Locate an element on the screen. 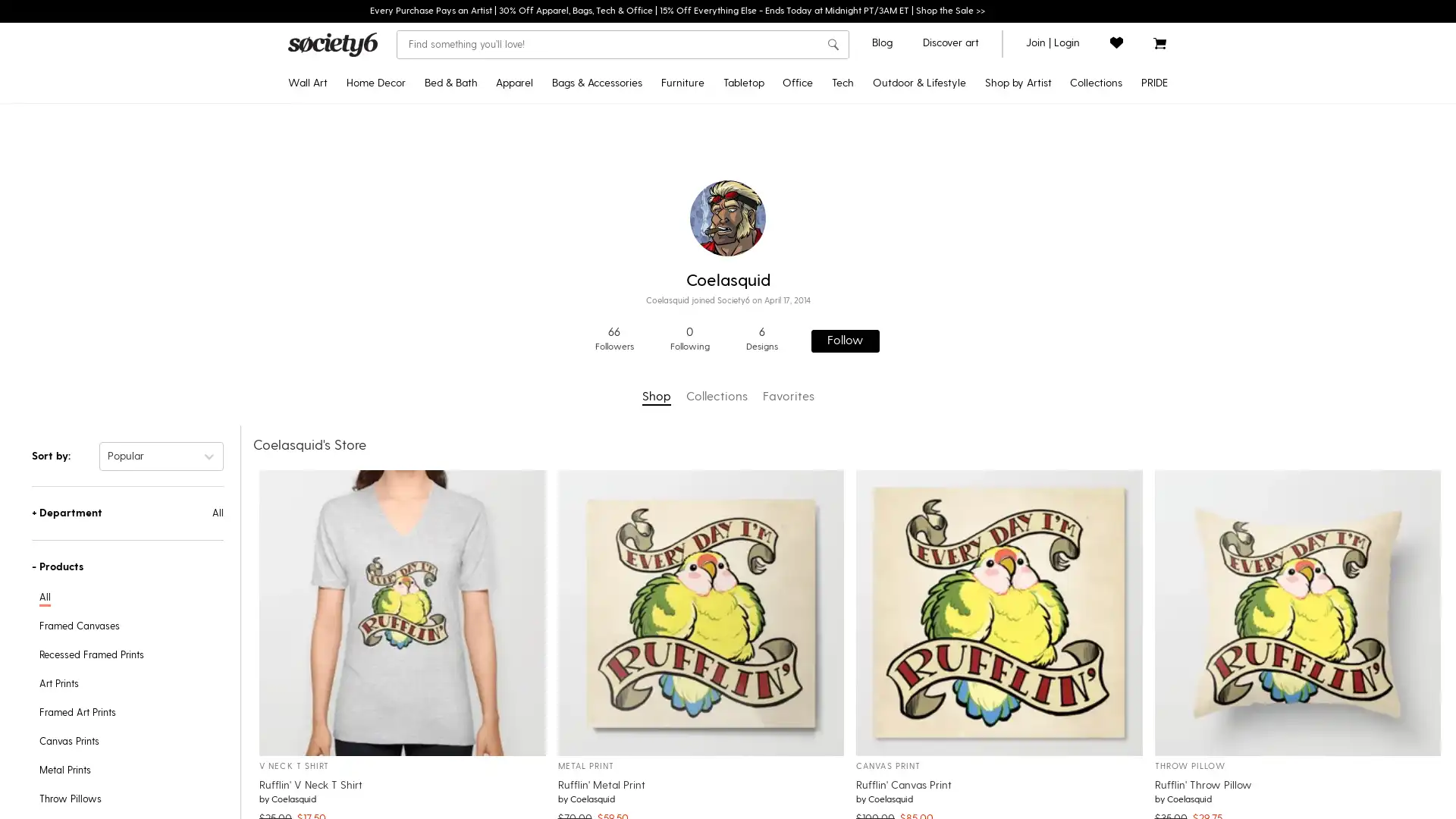  Apparel is located at coordinates (514, 83).